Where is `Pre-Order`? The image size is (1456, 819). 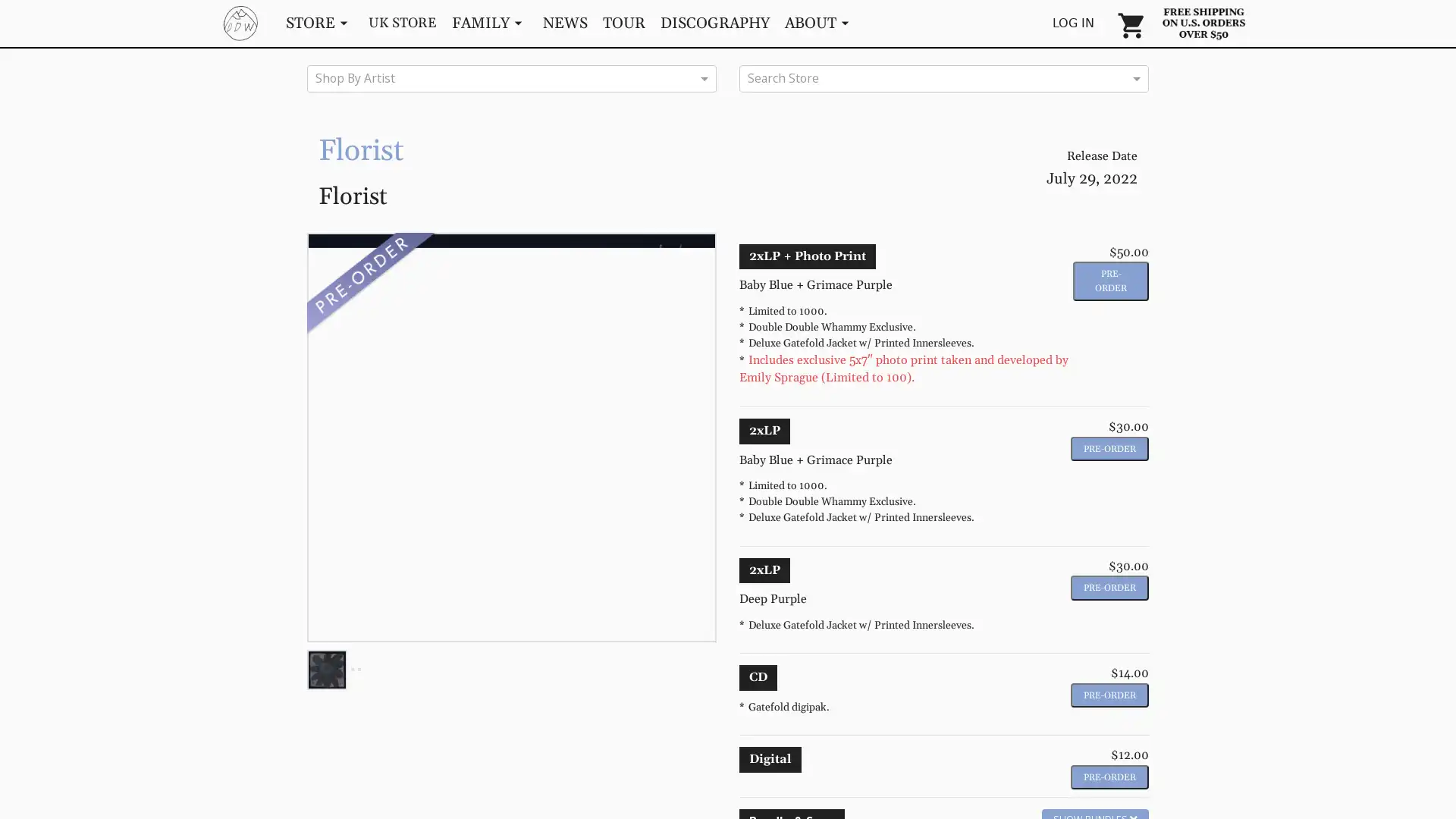 Pre-Order is located at coordinates (1110, 281).